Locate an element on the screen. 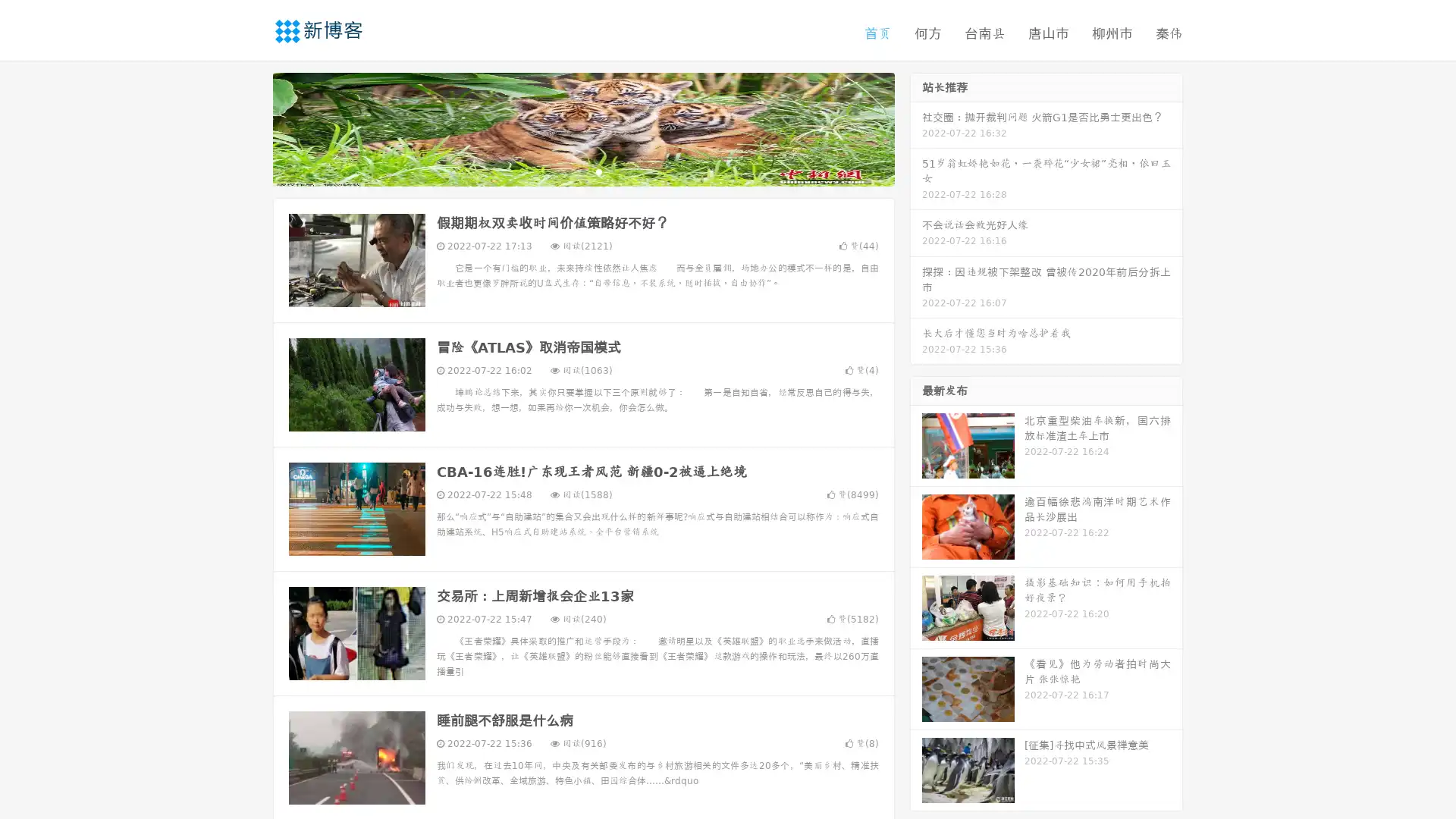  Go to slide 1 is located at coordinates (567, 171).